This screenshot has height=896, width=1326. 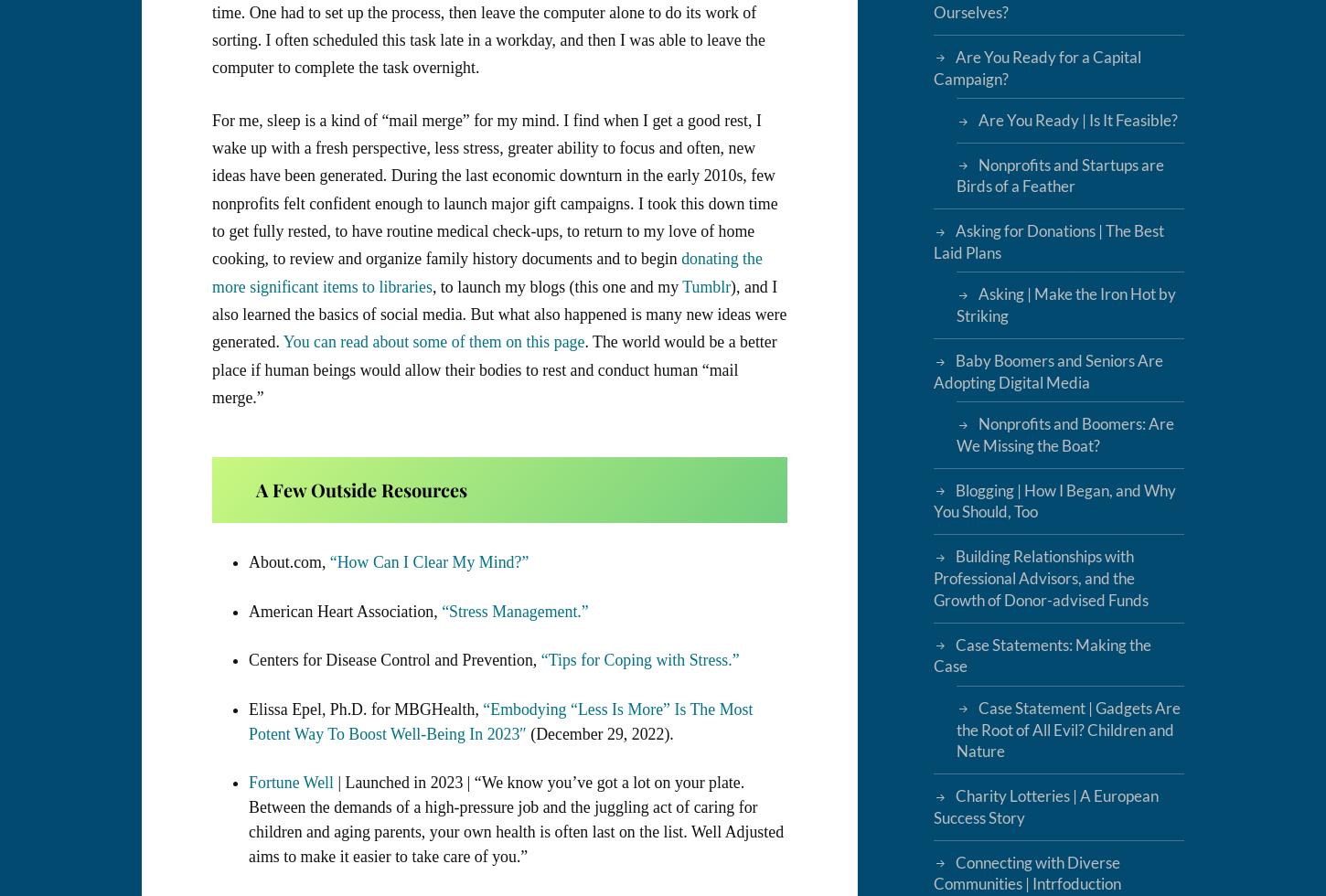 I want to click on 'You can read about some of them on this page', so click(x=433, y=341).